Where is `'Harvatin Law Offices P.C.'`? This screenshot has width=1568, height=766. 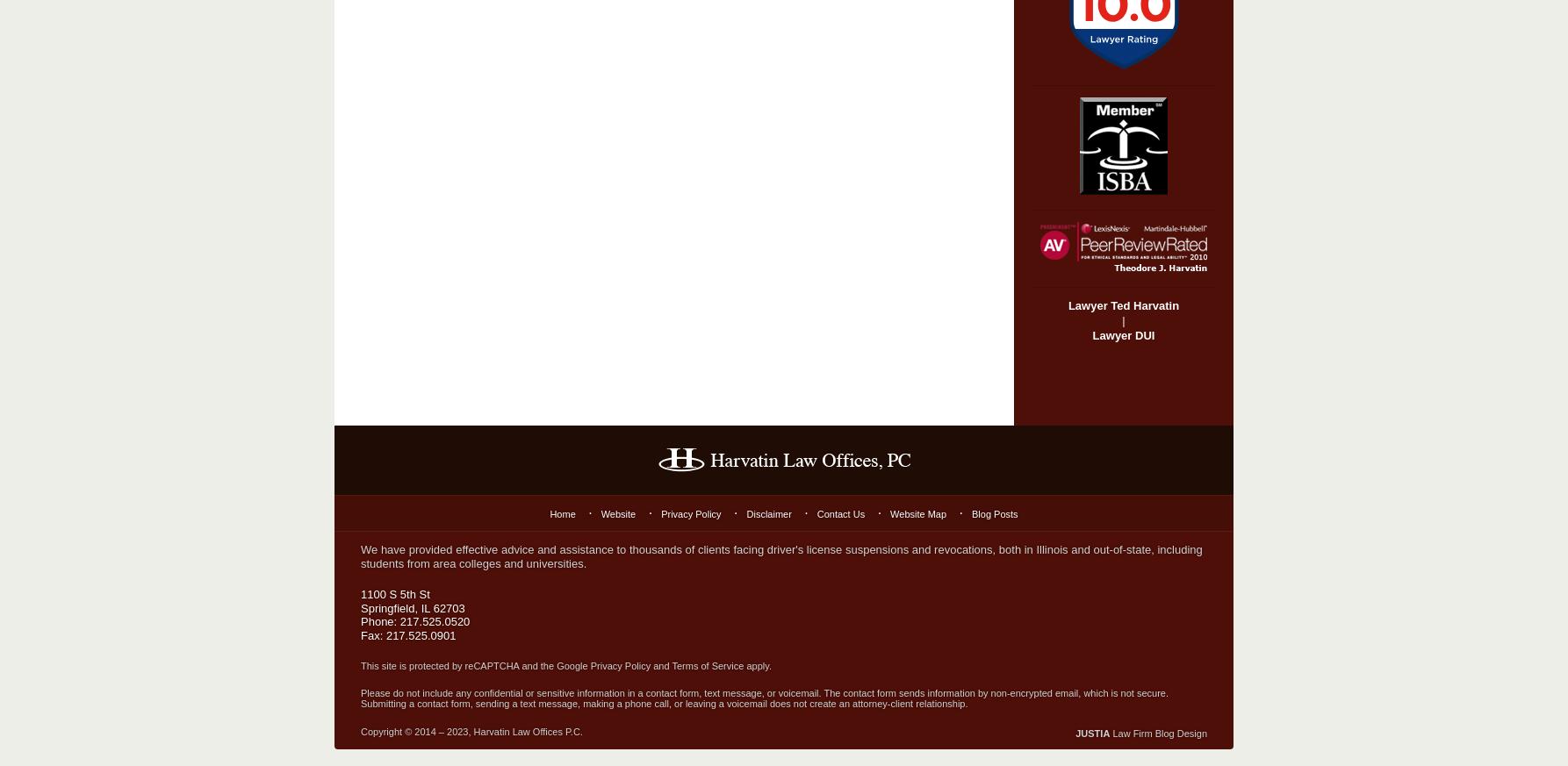
'Harvatin Law Offices P.C.' is located at coordinates (527, 731).